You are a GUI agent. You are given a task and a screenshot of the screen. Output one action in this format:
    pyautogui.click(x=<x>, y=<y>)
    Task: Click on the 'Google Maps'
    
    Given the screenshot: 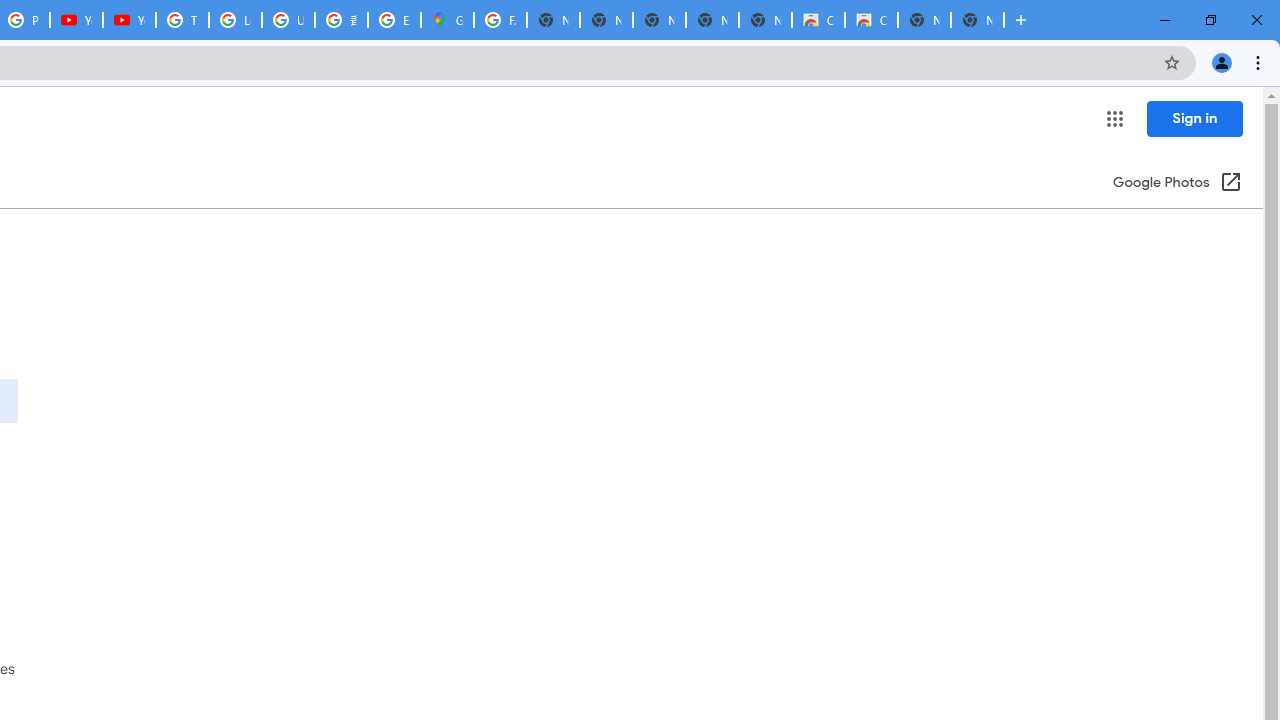 What is the action you would take?
    pyautogui.click(x=446, y=20)
    